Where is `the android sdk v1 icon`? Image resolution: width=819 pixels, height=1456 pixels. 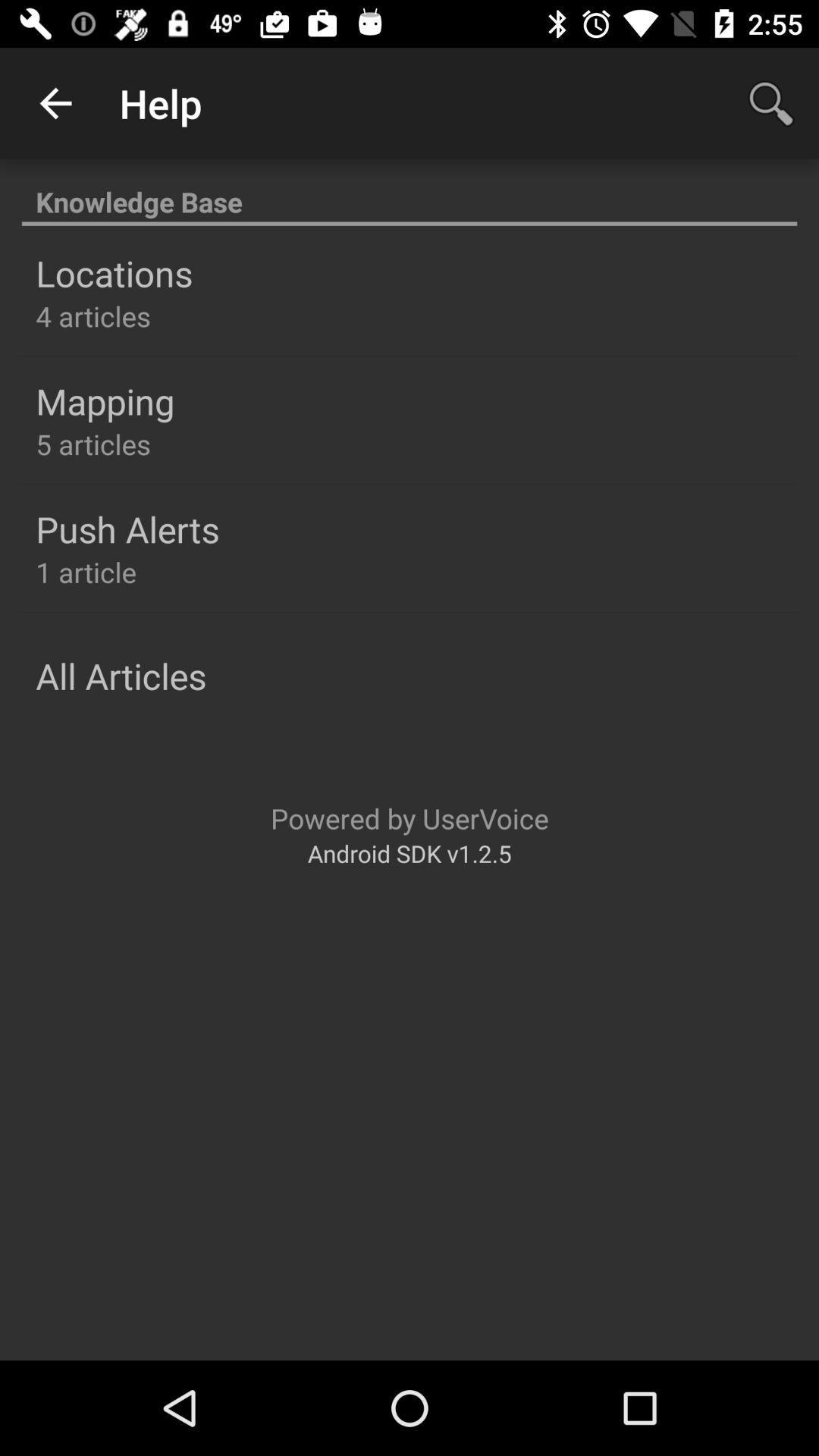 the android sdk v1 icon is located at coordinates (409, 853).